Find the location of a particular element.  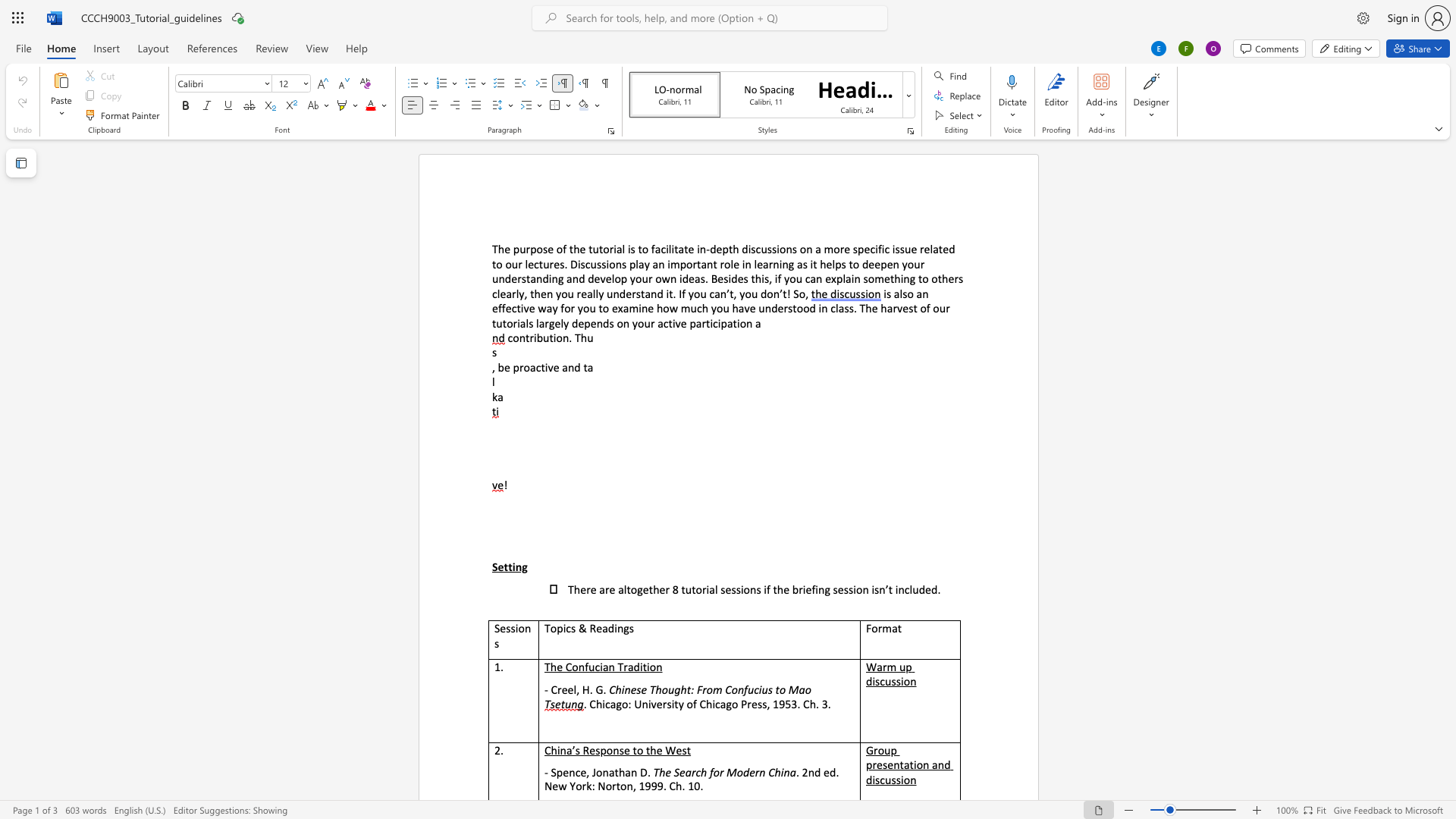

the space between the continuous character "e" and "n" in the text is located at coordinates (595, 322).